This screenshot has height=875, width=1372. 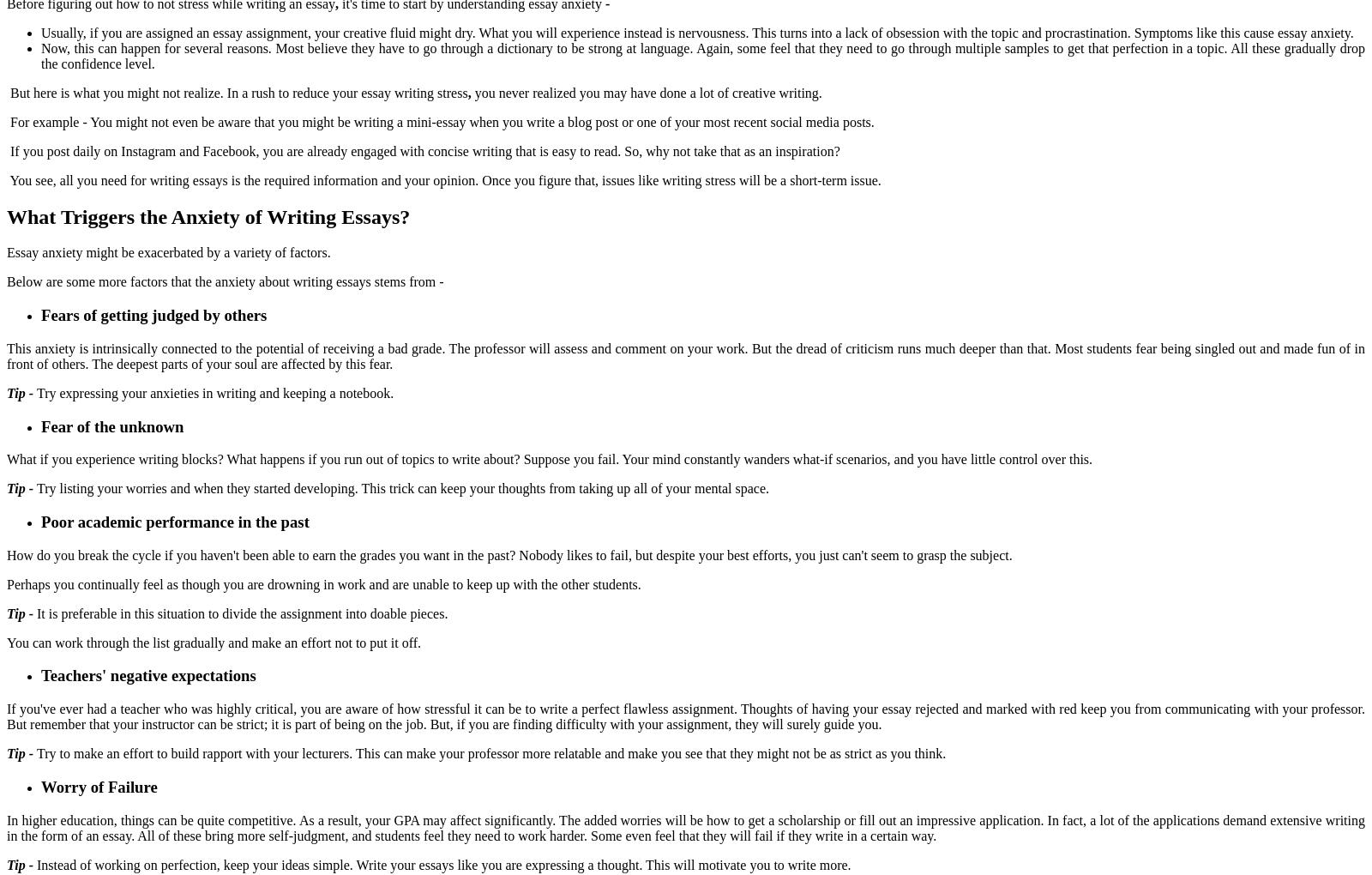 What do you see at coordinates (218, 391) in the screenshot?
I see `'Try expressing your anxieties in writing and keeping a notebook.'` at bounding box center [218, 391].